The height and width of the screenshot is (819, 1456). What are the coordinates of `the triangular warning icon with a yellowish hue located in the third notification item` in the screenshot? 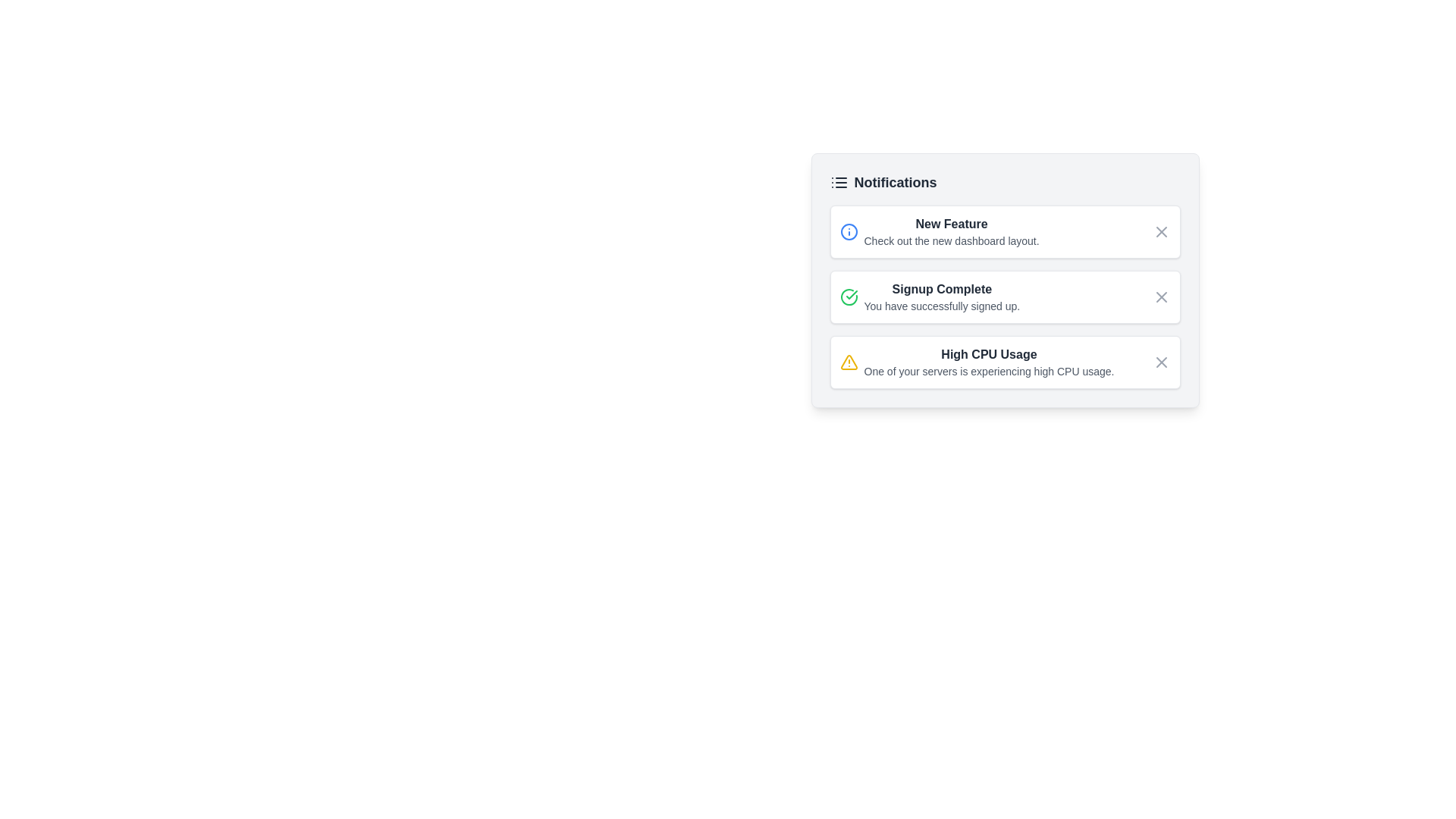 It's located at (848, 362).